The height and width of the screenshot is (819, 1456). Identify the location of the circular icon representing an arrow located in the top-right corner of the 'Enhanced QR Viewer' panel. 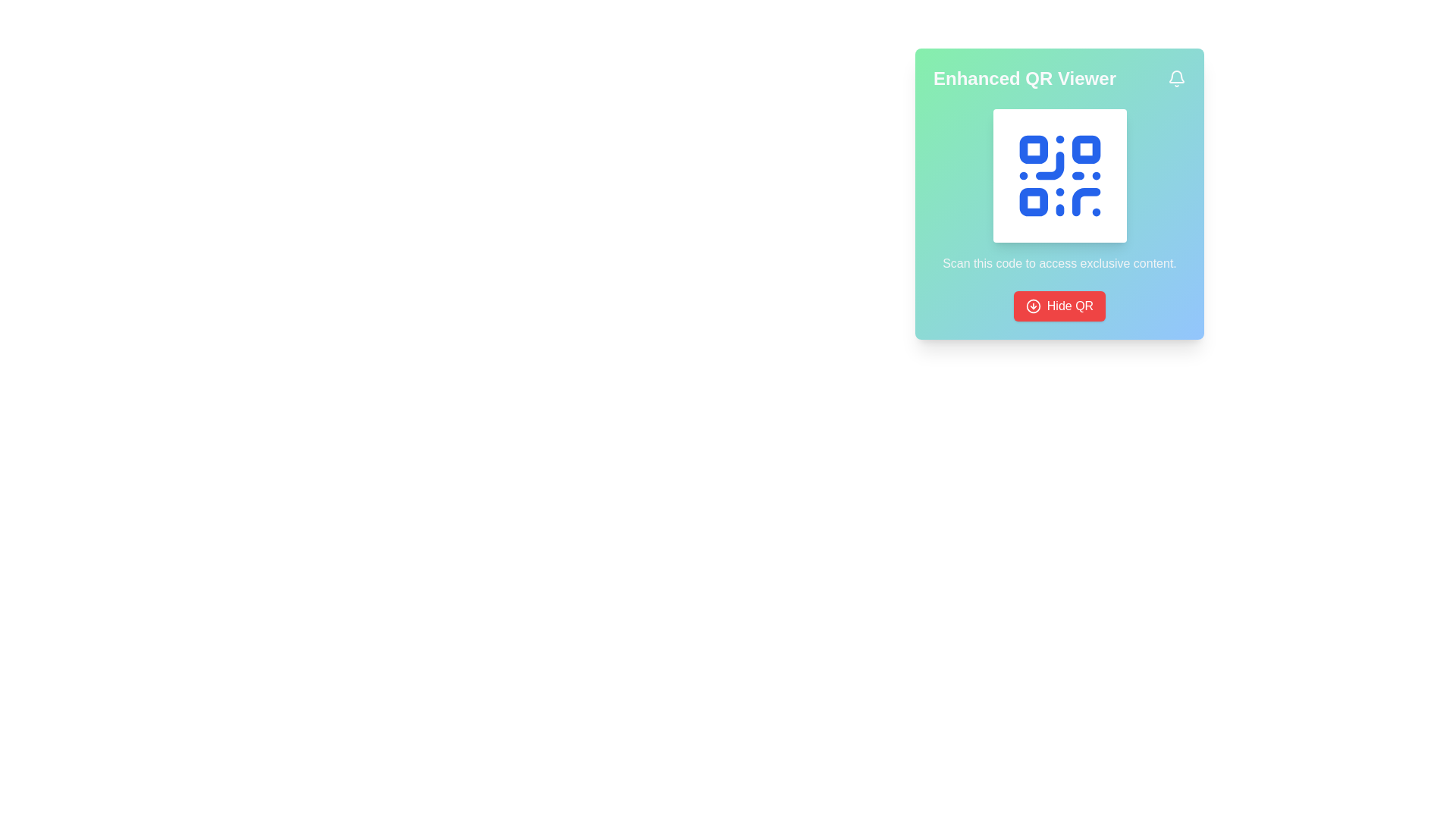
(1032, 306).